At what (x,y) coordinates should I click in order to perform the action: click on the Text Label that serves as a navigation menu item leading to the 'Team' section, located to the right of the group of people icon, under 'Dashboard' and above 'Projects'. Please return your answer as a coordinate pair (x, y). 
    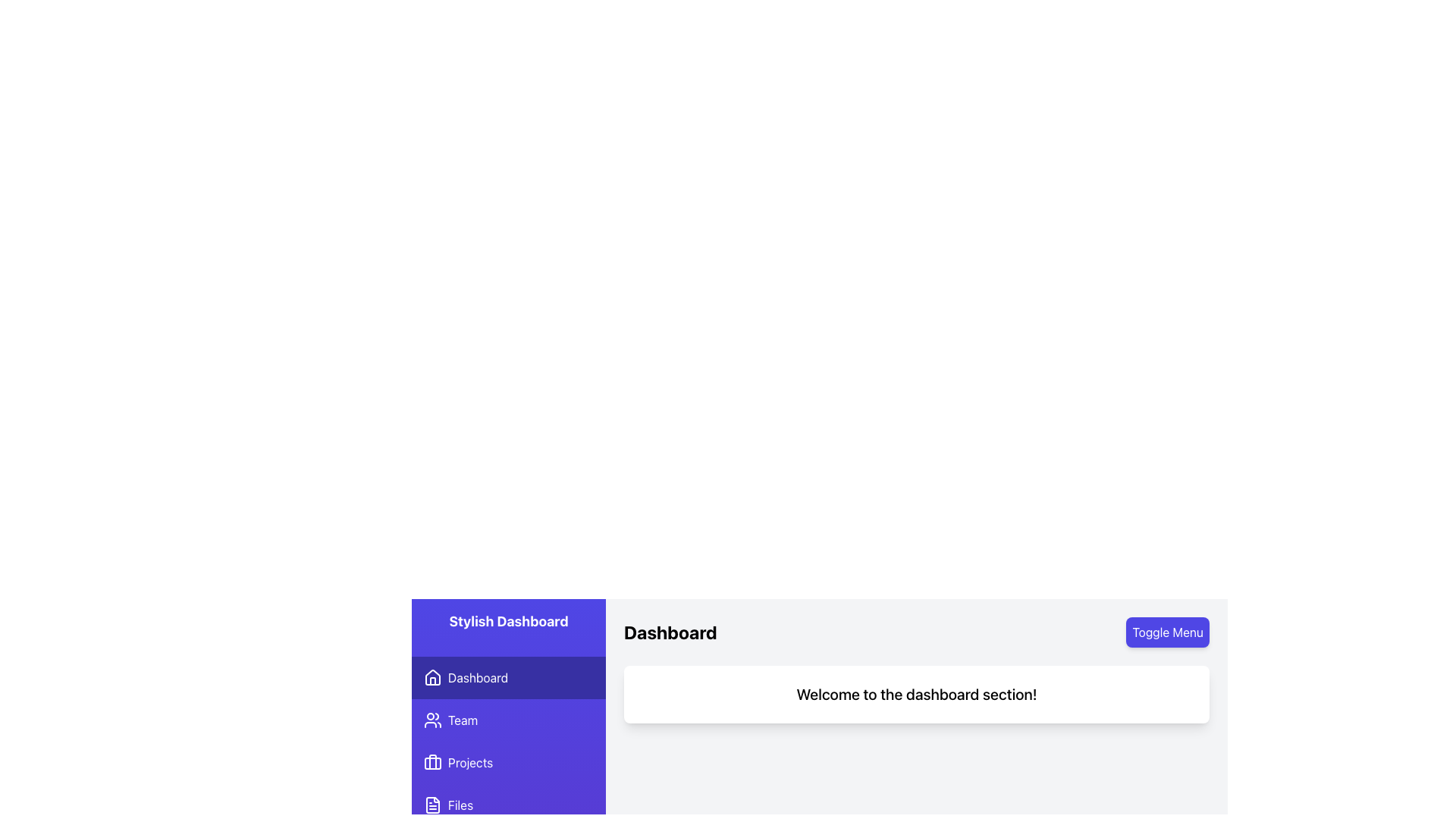
    Looking at the image, I should click on (462, 719).